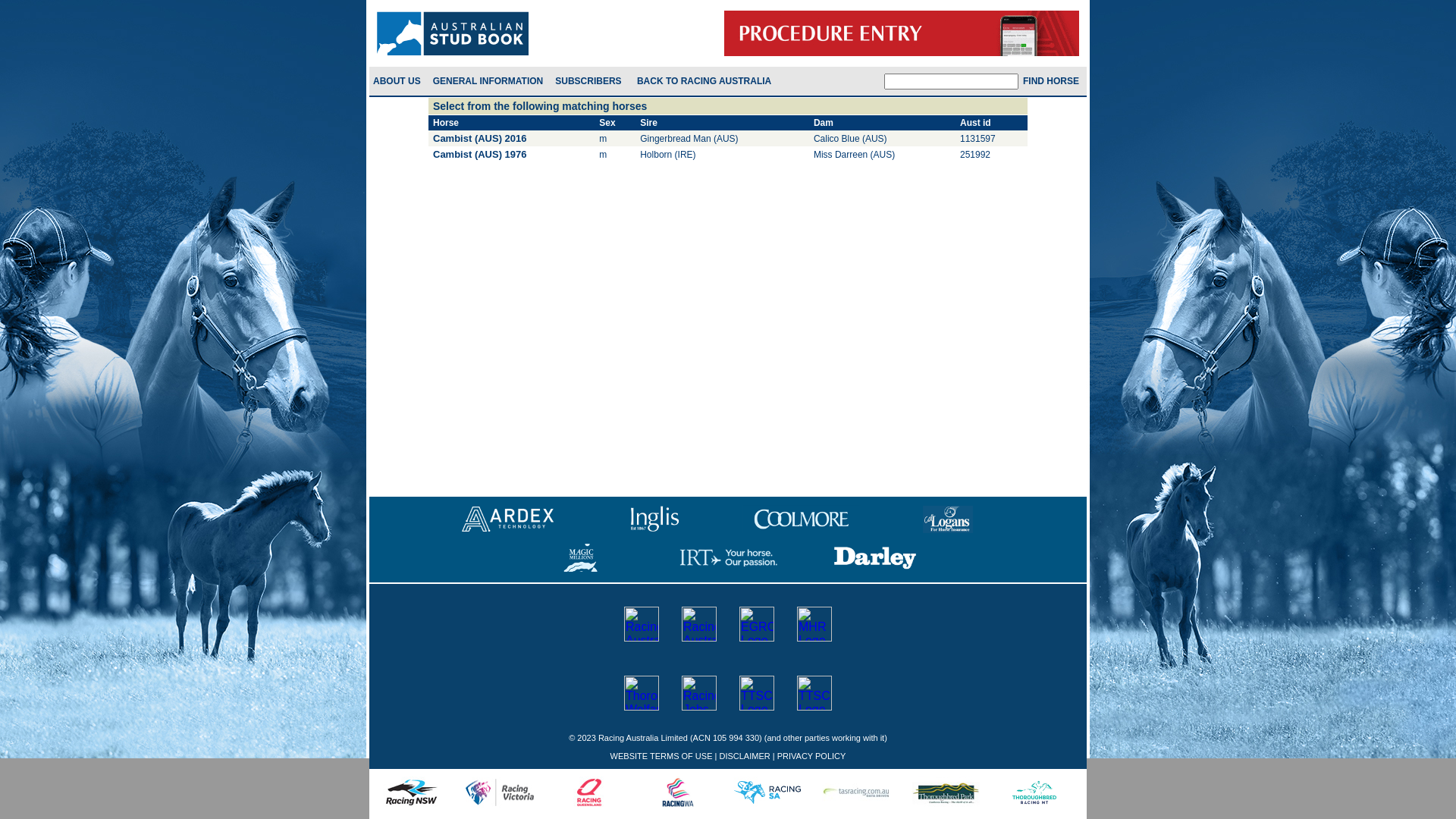  I want to click on 'SUBSCRIBERS', so click(550, 81).